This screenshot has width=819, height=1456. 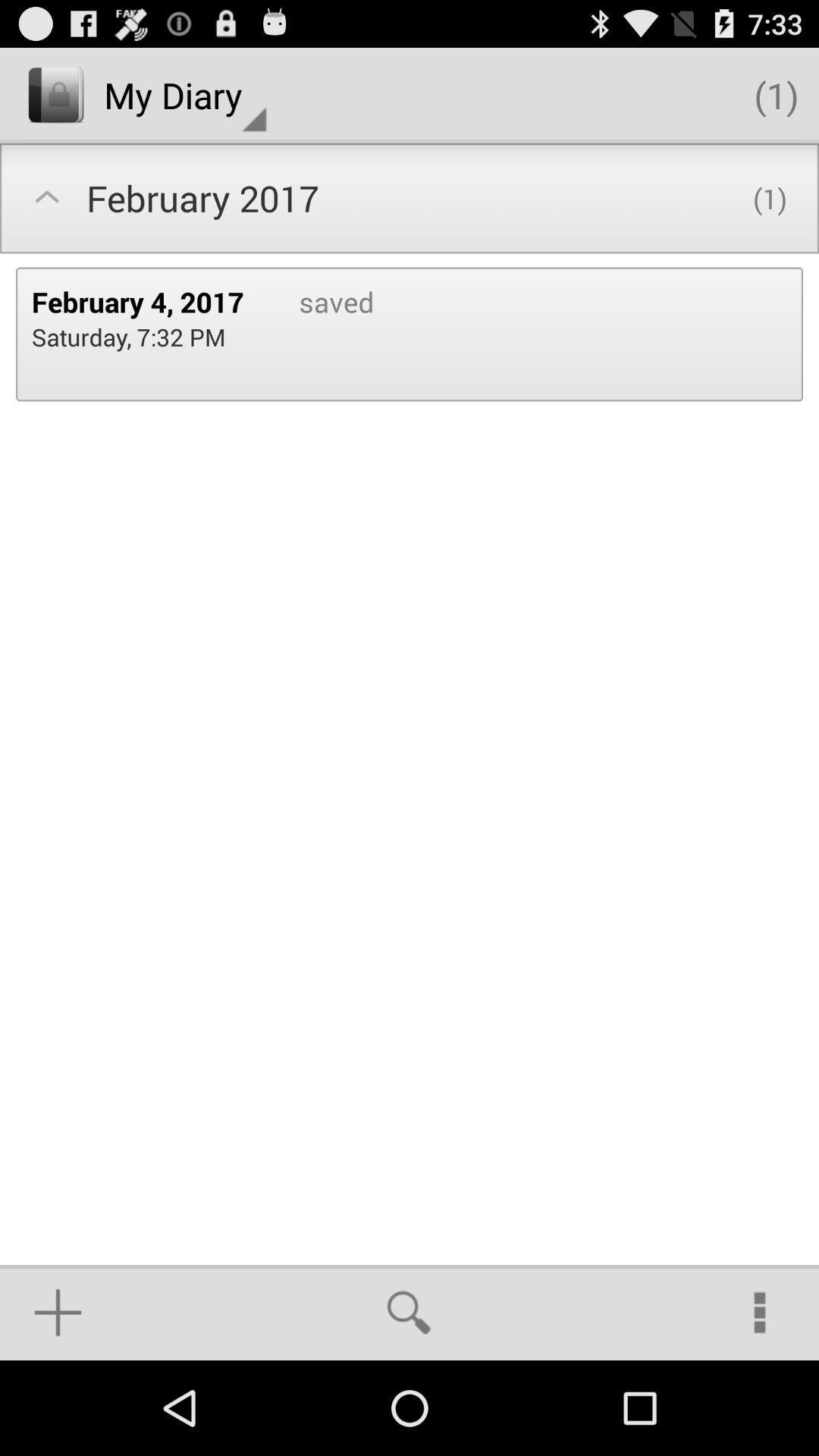 I want to click on item below saturday 7 32, so click(x=57, y=1312).